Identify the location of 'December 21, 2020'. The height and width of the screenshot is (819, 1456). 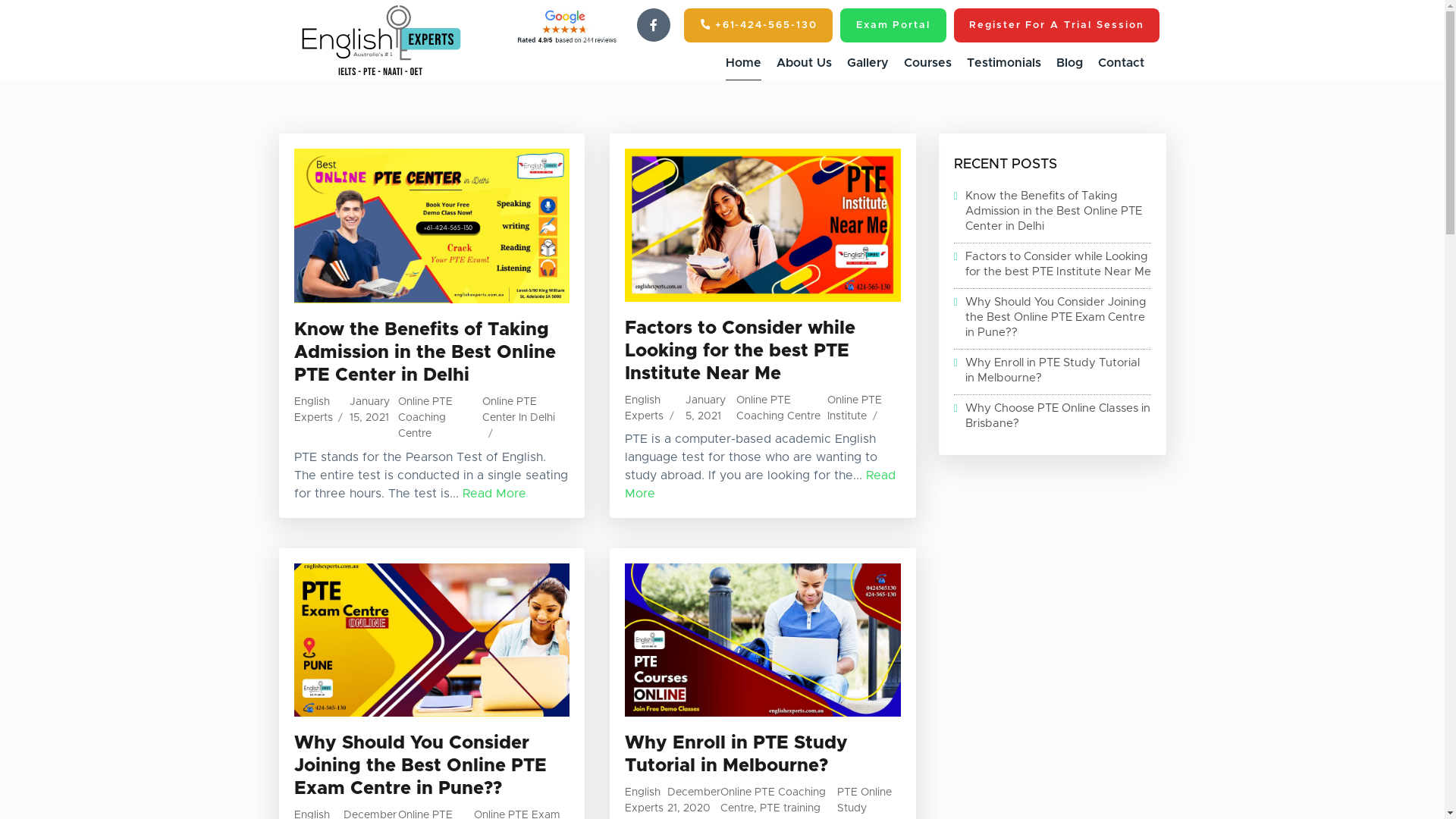
(667, 799).